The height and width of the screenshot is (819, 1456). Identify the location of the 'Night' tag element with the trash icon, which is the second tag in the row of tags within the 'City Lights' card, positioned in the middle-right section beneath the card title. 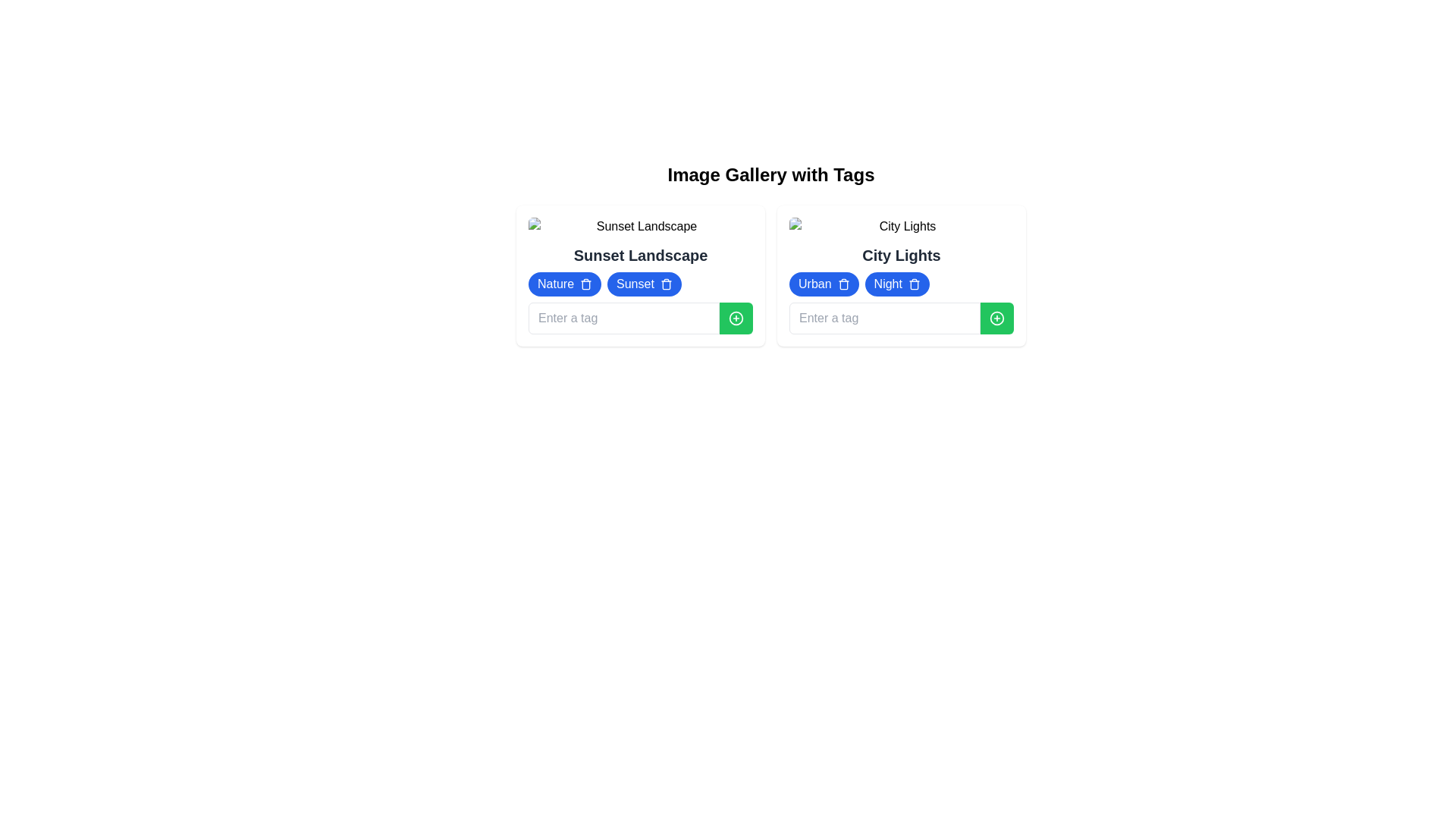
(897, 284).